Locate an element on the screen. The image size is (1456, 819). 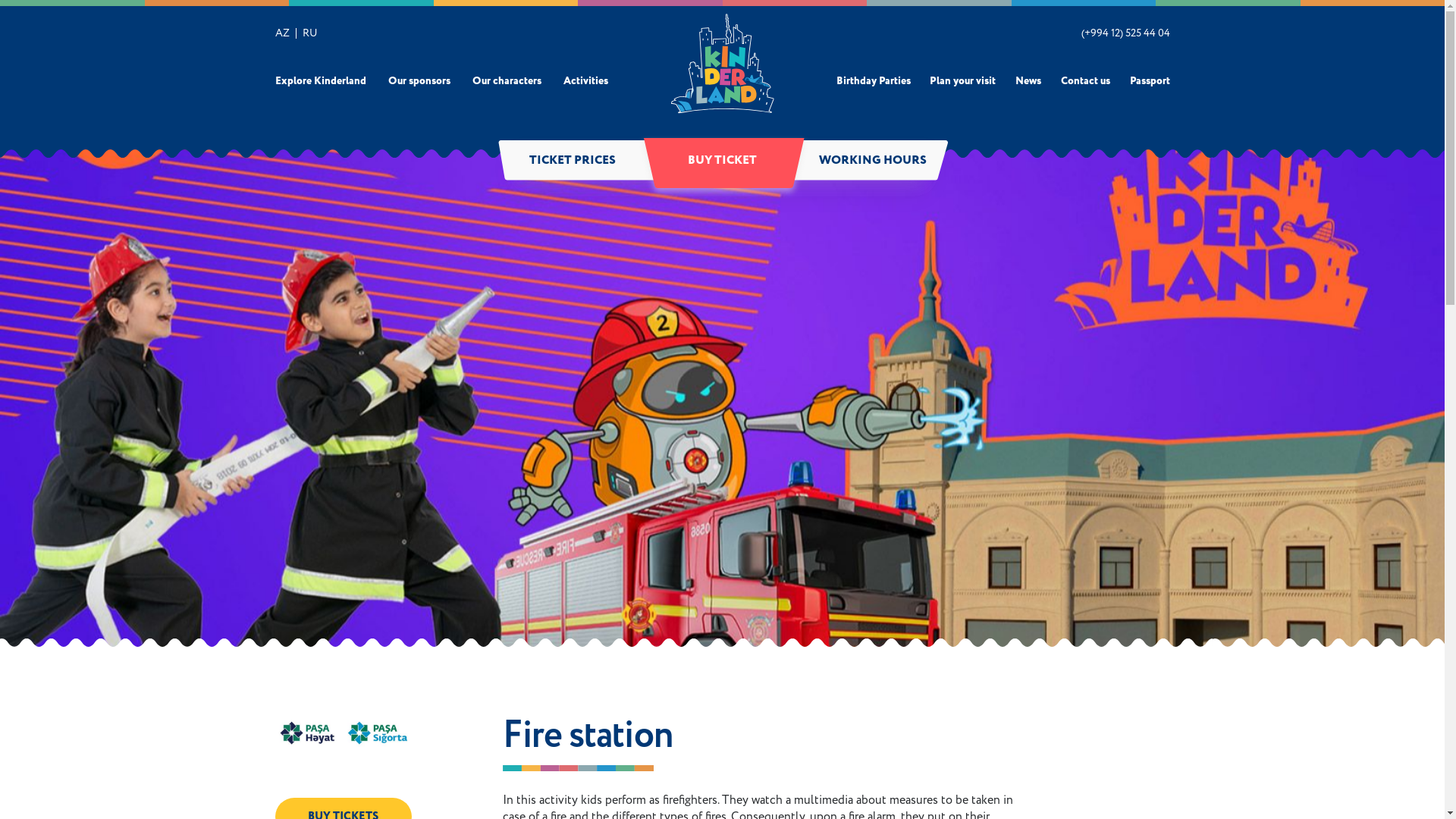
'Kinderland' is located at coordinates (721, 62).